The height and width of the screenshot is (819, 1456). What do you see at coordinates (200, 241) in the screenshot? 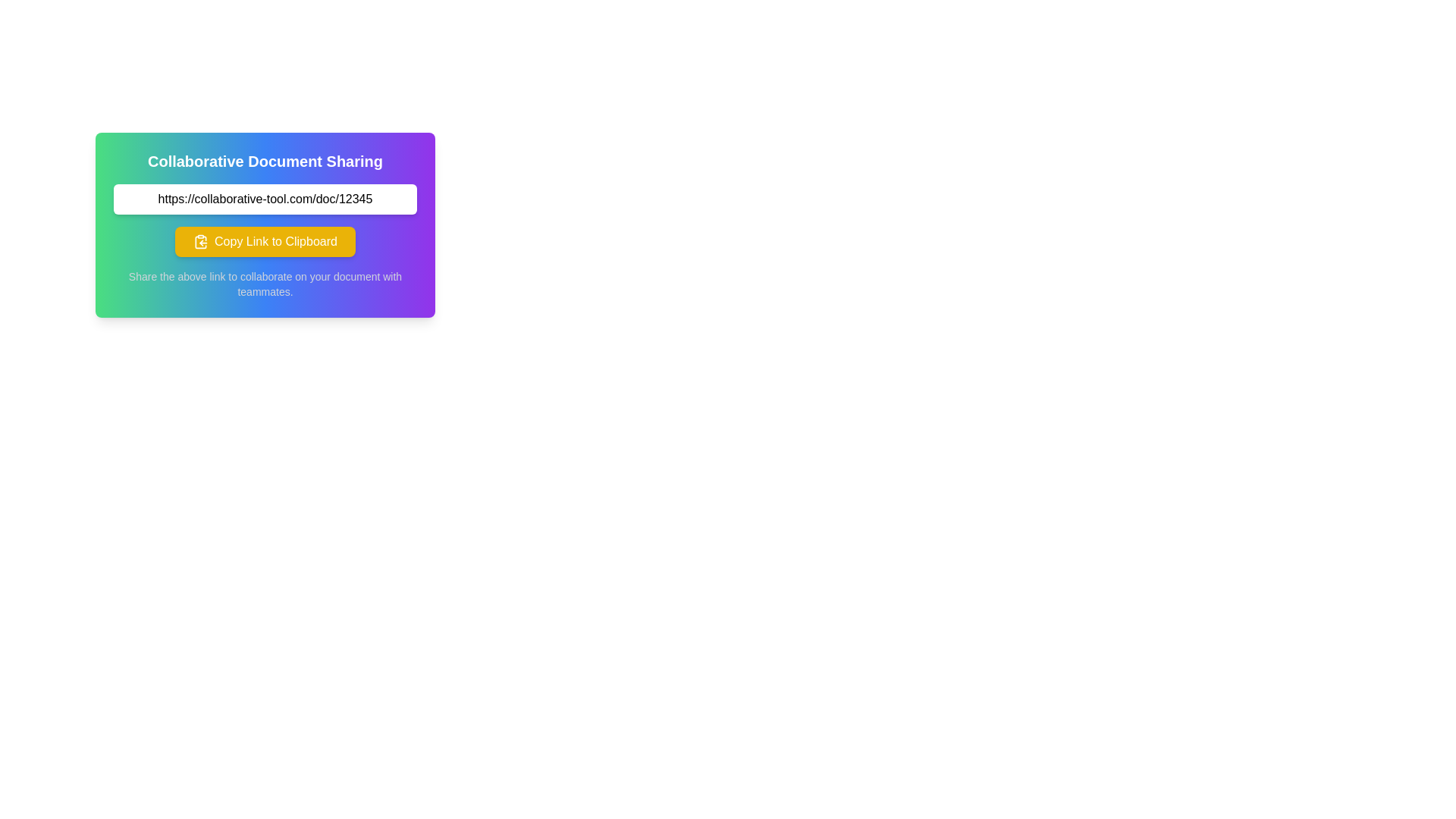
I see `the graphical icon representing the 'copy link to clipboard' action` at bounding box center [200, 241].